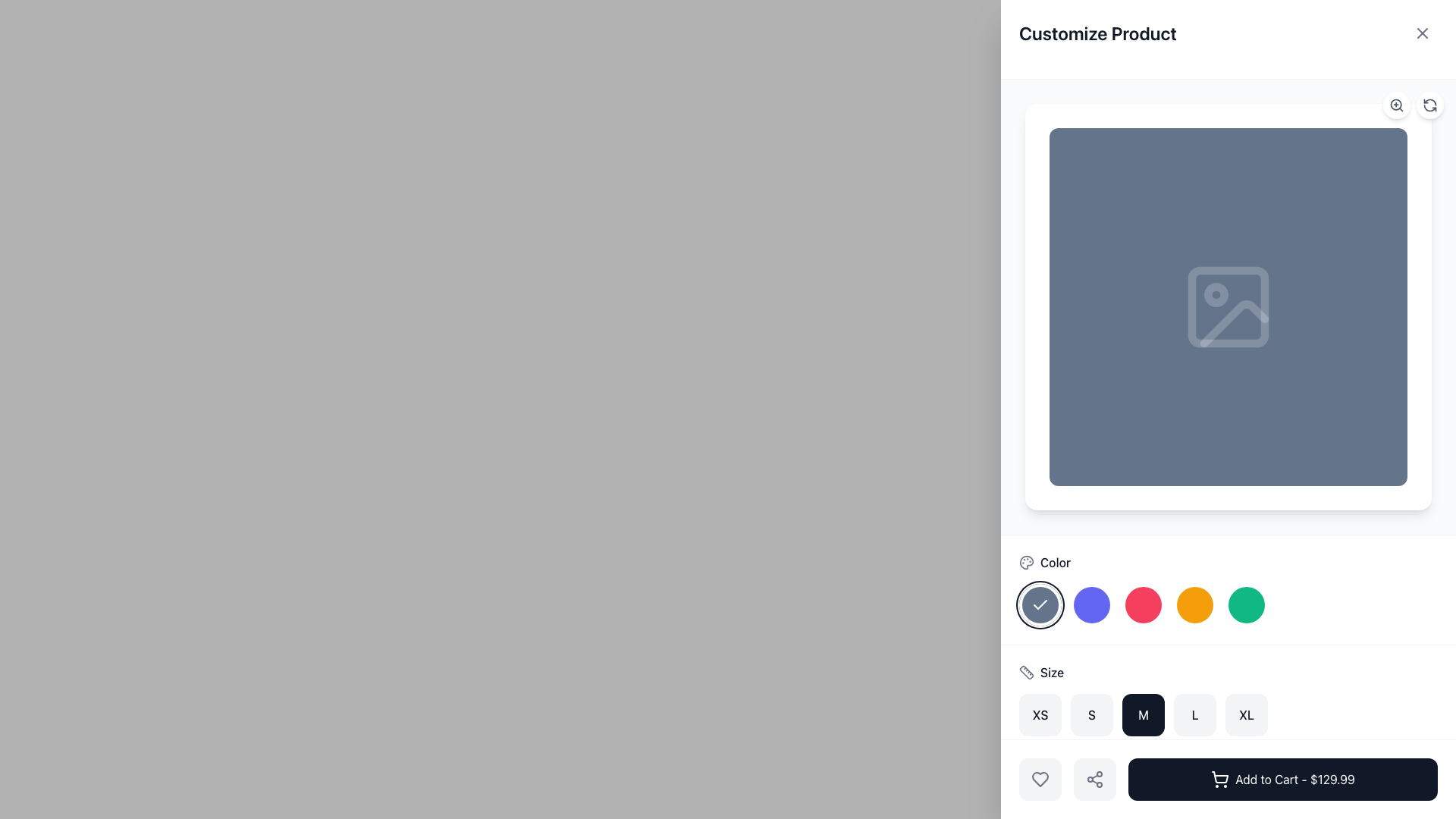 This screenshot has height=819, width=1456. I want to click on the close icon button located in the top right corner of the interface panel, so click(1422, 33).